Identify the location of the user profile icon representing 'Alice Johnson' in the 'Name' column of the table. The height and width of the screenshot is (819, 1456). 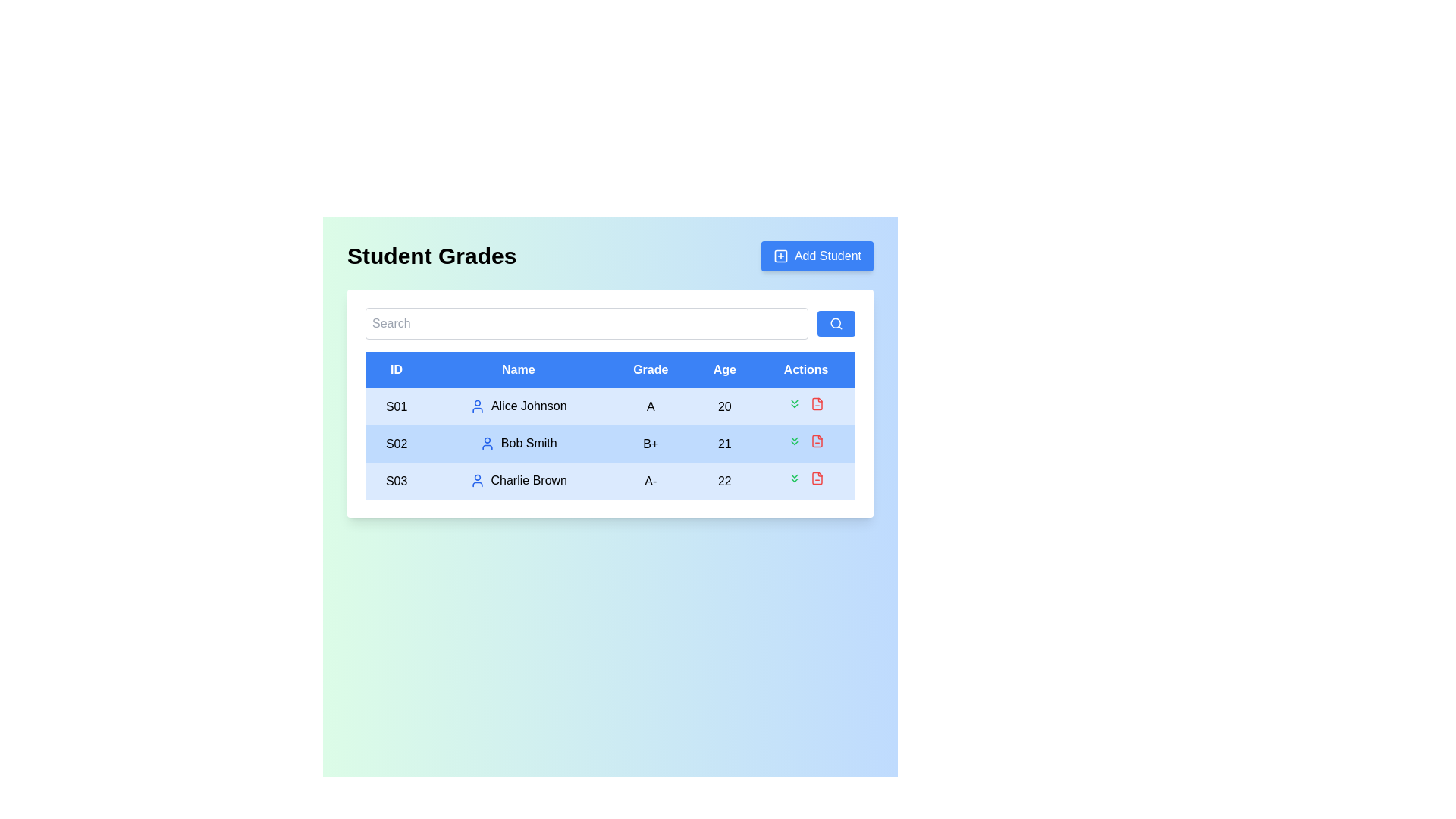
(476, 406).